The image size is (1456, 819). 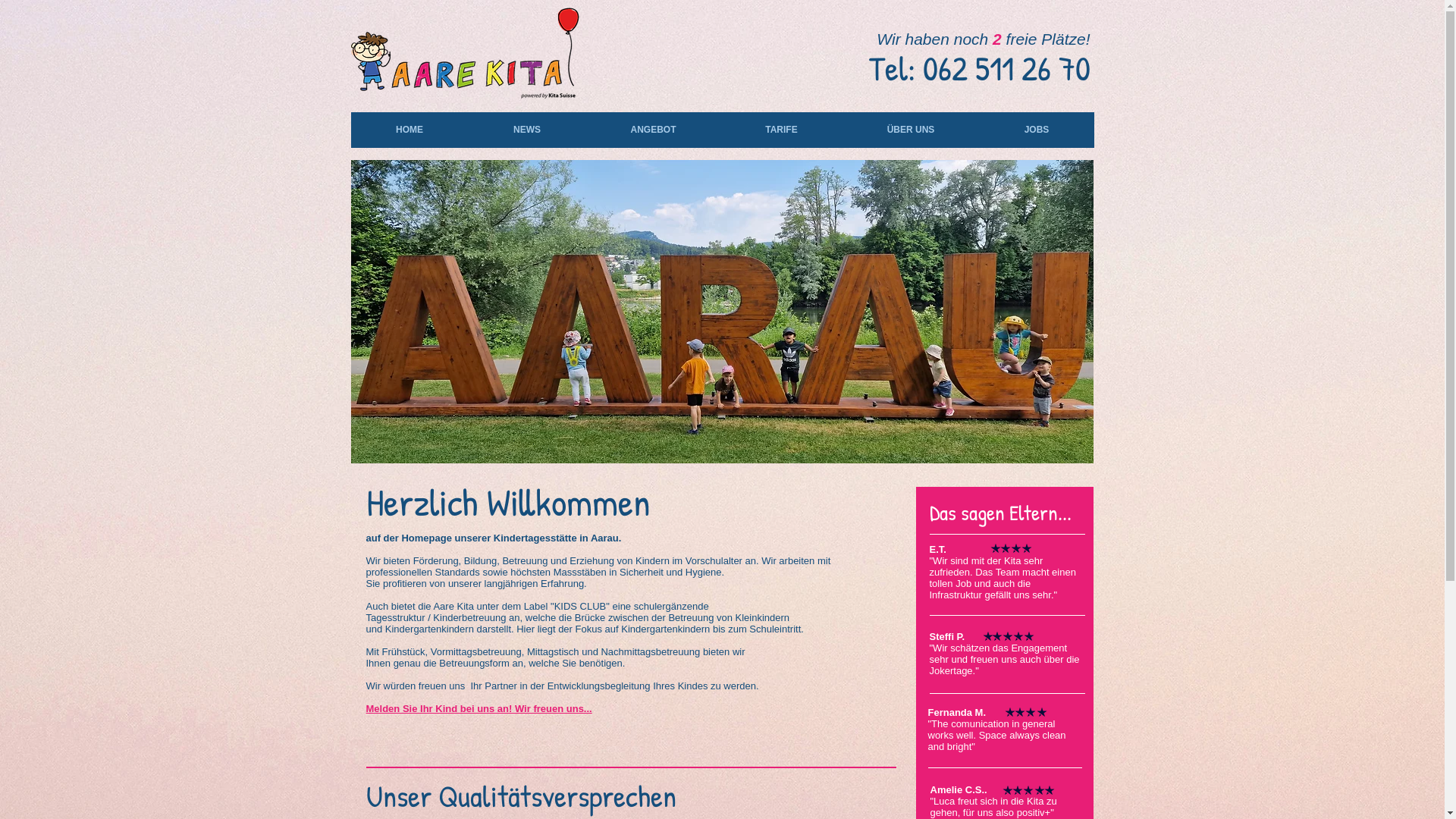 I want to click on 'Melden Sie Ihr Kind bei uns an! Wir freuen uns...', so click(x=477, y=708).